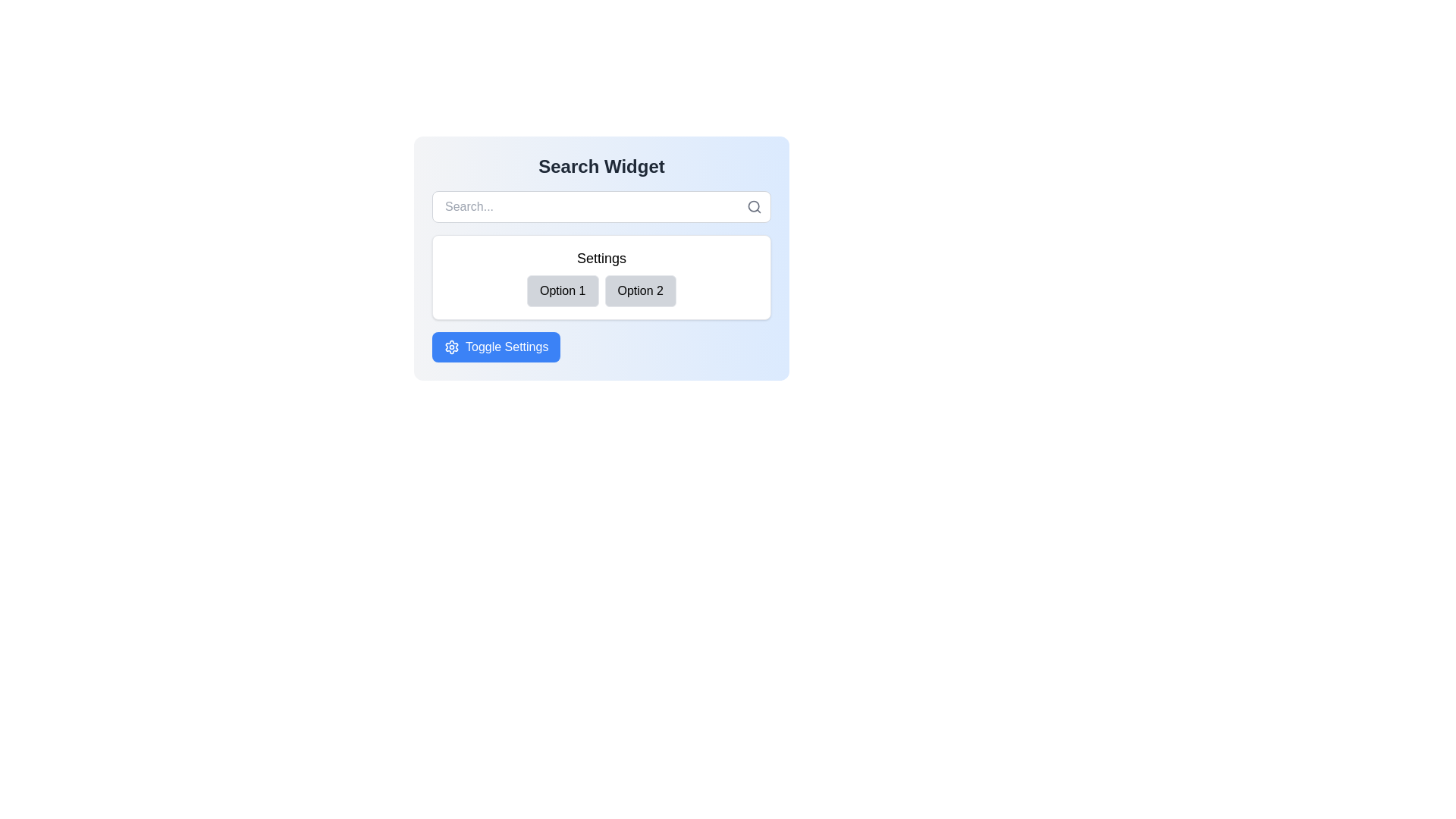  I want to click on the small hollow circle that is part of the magnifying glass icon, located to the right of the search input field, so click(754, 206).